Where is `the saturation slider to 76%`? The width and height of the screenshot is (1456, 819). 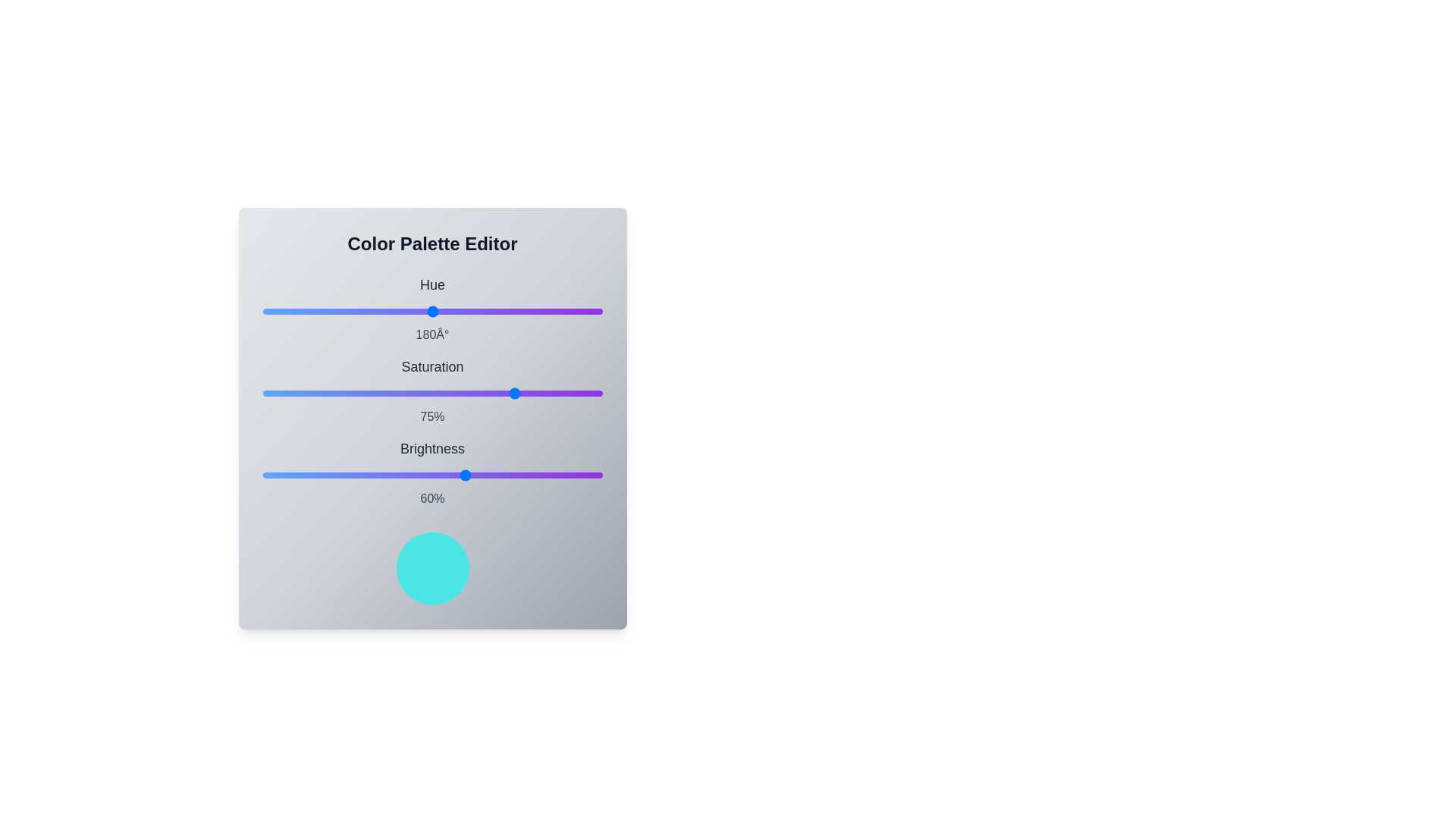 the saturation slider to 76% is located at coordinates (520, 393).